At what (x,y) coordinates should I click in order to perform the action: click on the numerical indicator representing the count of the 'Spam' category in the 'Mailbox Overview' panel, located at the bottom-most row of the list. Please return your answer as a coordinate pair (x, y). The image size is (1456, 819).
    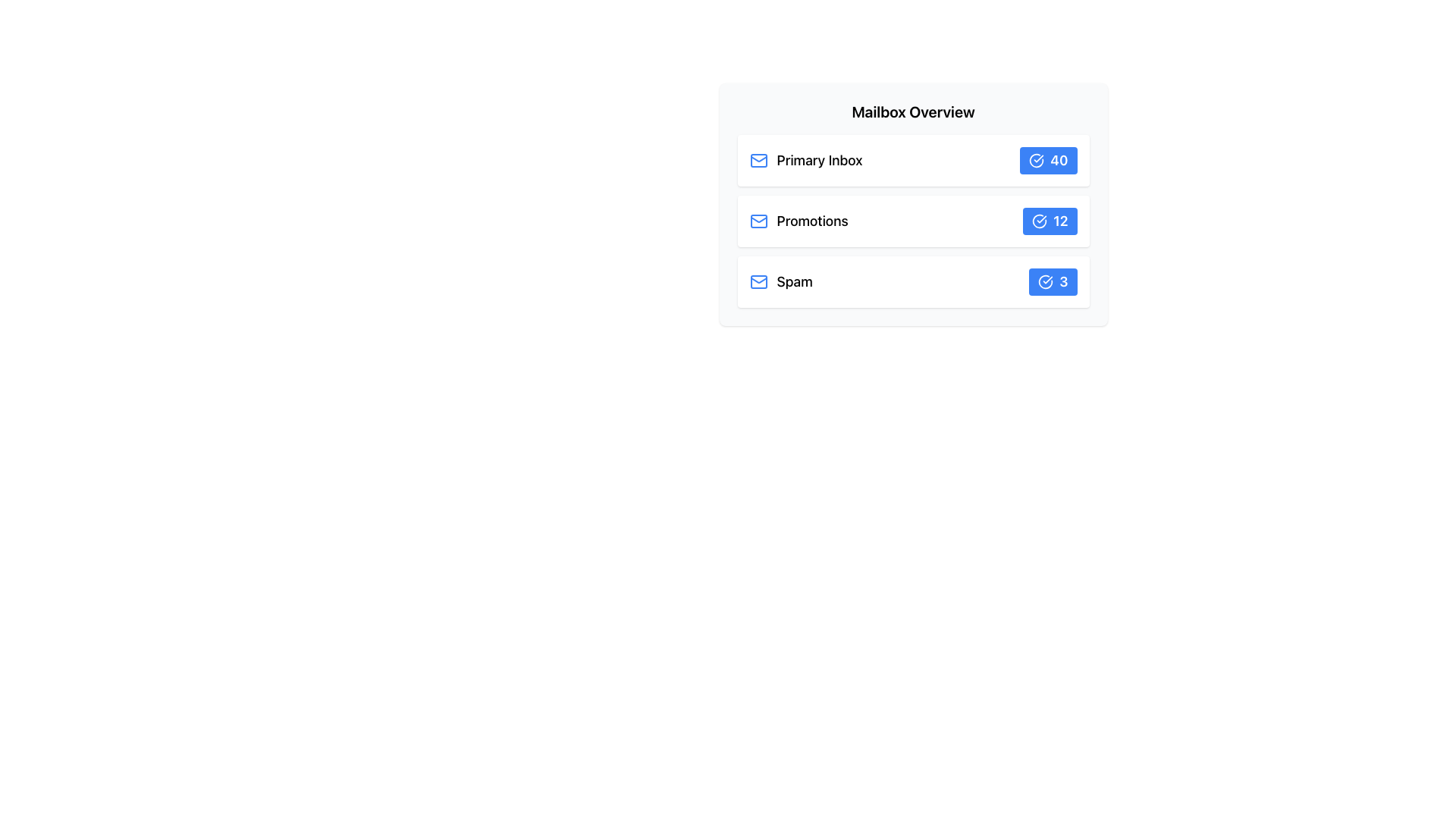
    Looking at the image, I should click on (1062, 281).